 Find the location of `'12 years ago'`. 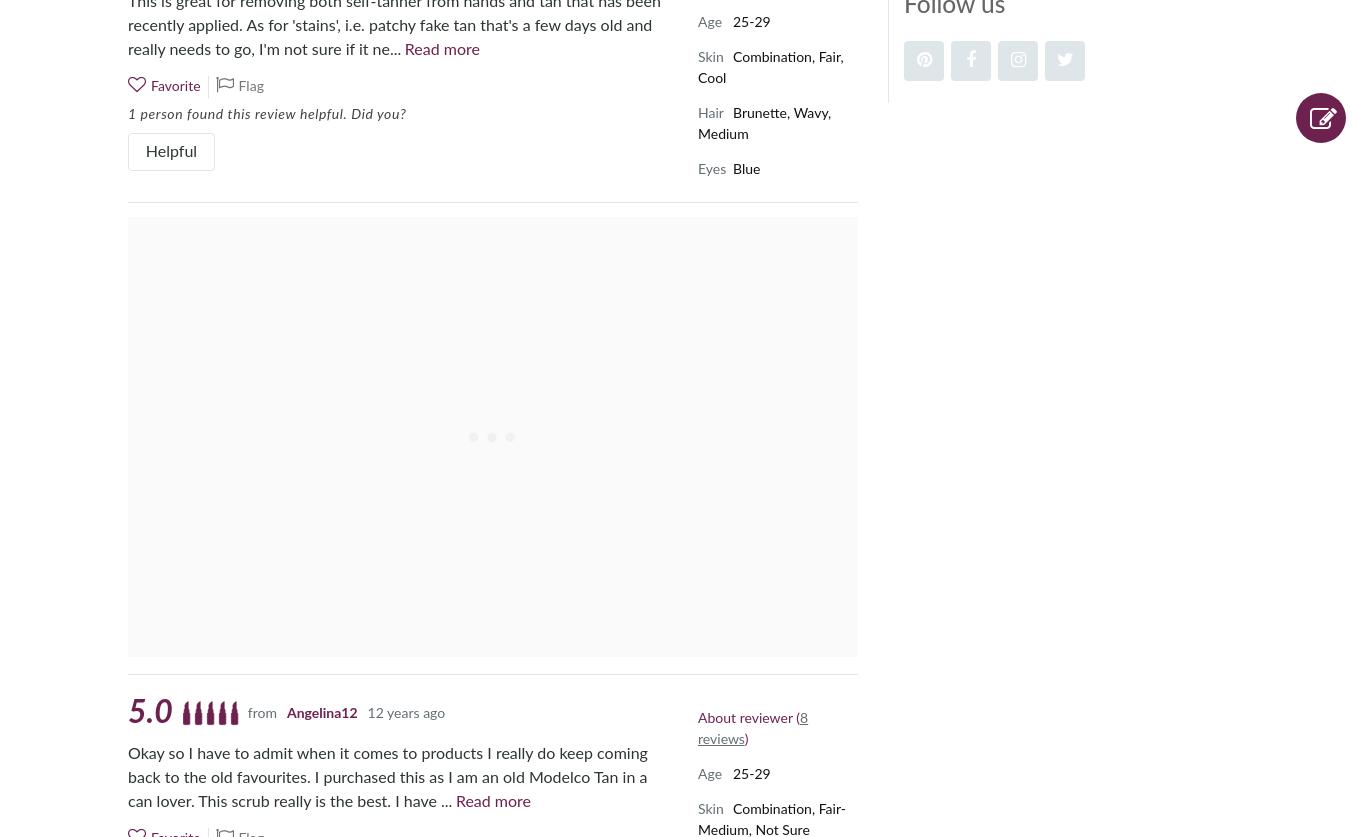

'12 years ago' is located at coordinates (404, 712).